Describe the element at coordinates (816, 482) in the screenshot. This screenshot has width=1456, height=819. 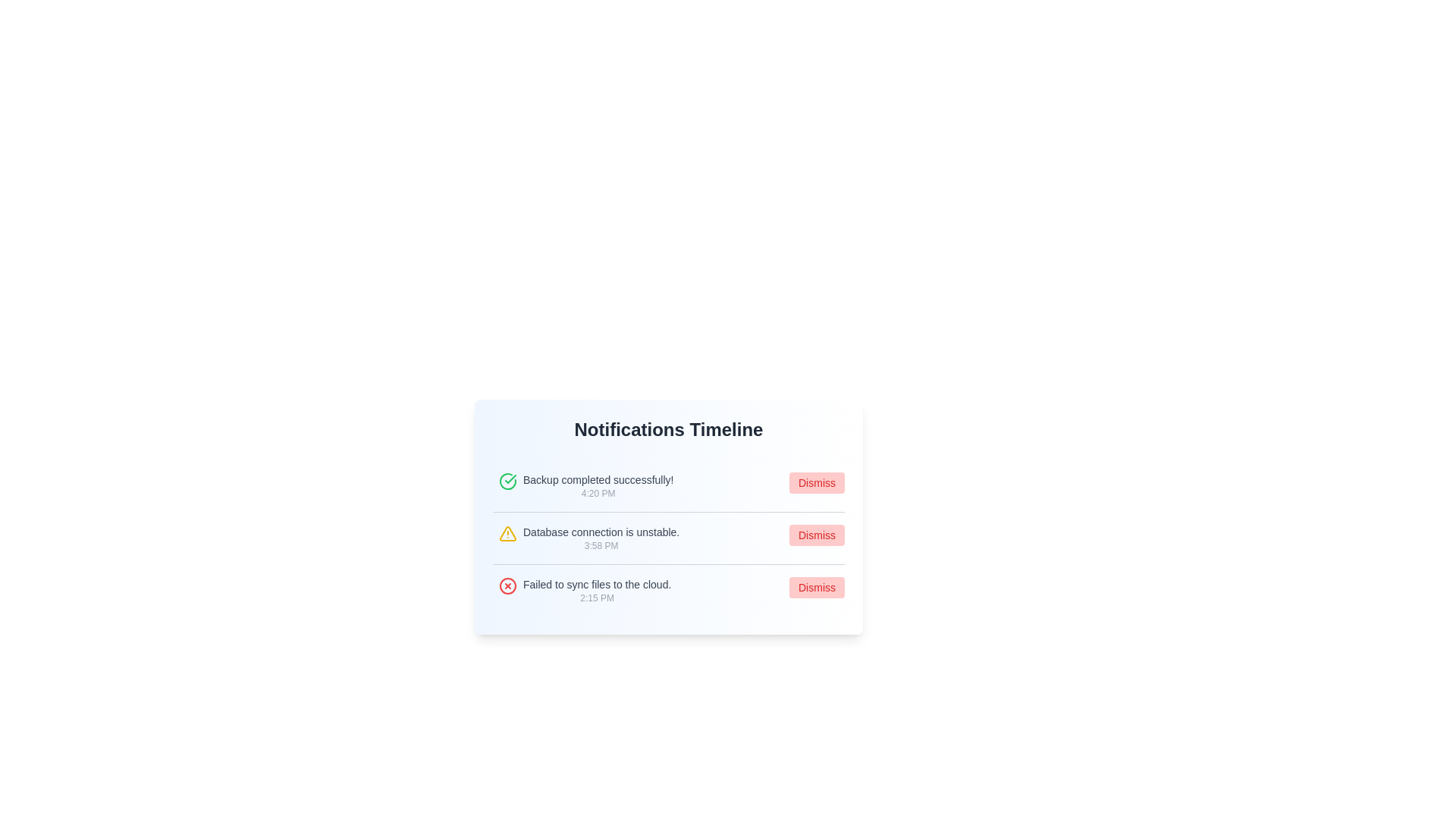
I see `the red 'Dismiss' button located in the topmost notification row of the 'Notifications Timeline', which is adjacent to the message 'Backup completed successfully!'` at that location.